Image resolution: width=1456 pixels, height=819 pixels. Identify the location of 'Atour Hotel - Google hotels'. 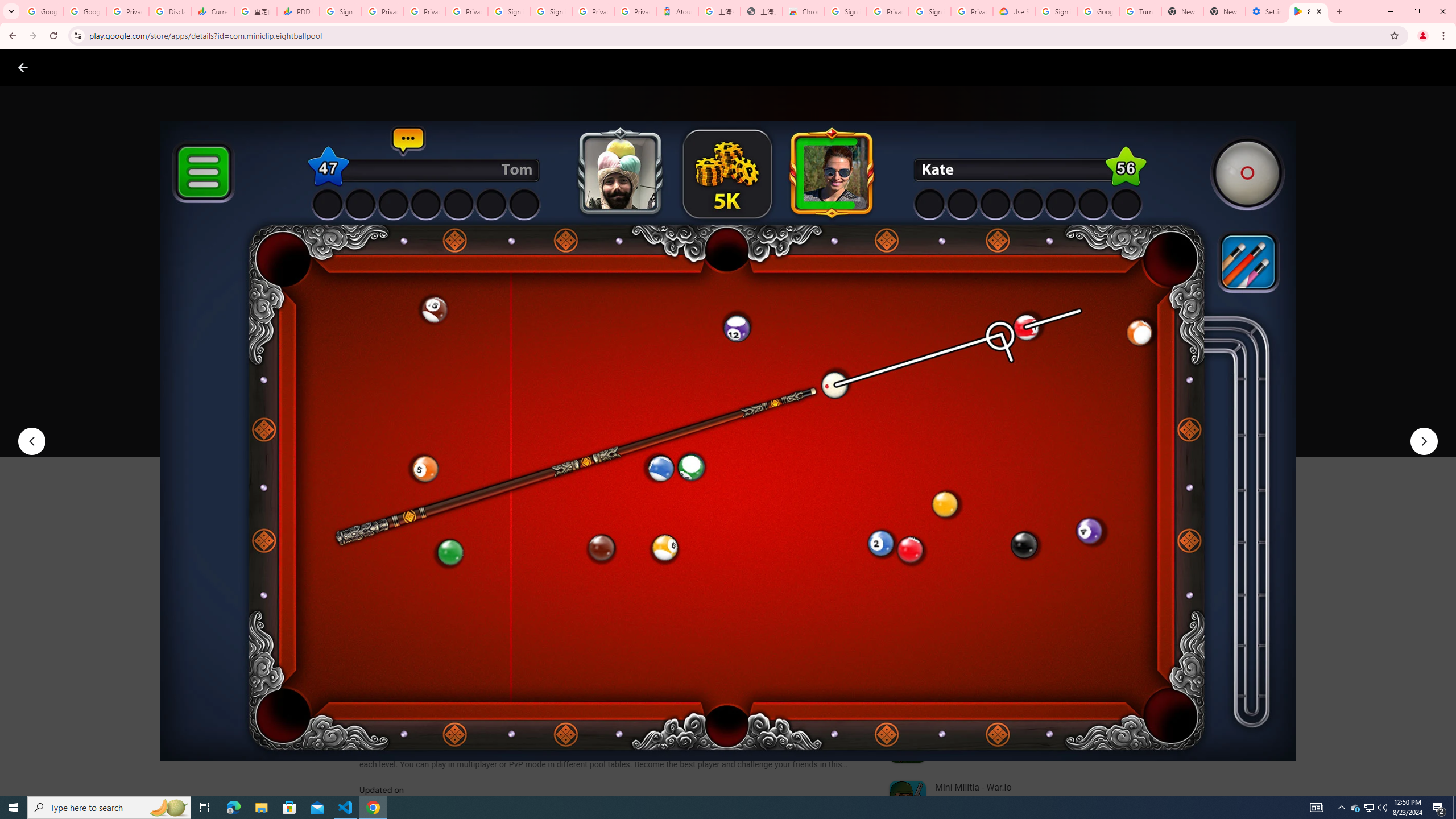
(677, 11).